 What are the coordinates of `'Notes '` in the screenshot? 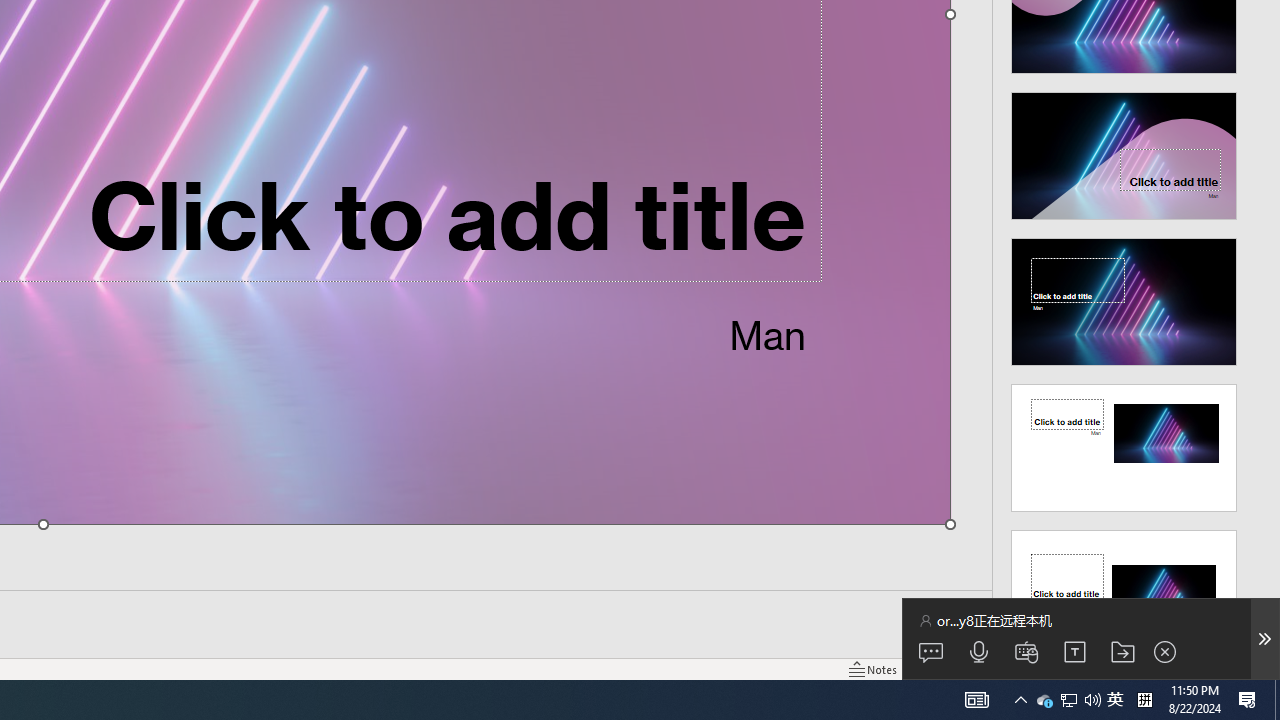 It's located at (874, 669).